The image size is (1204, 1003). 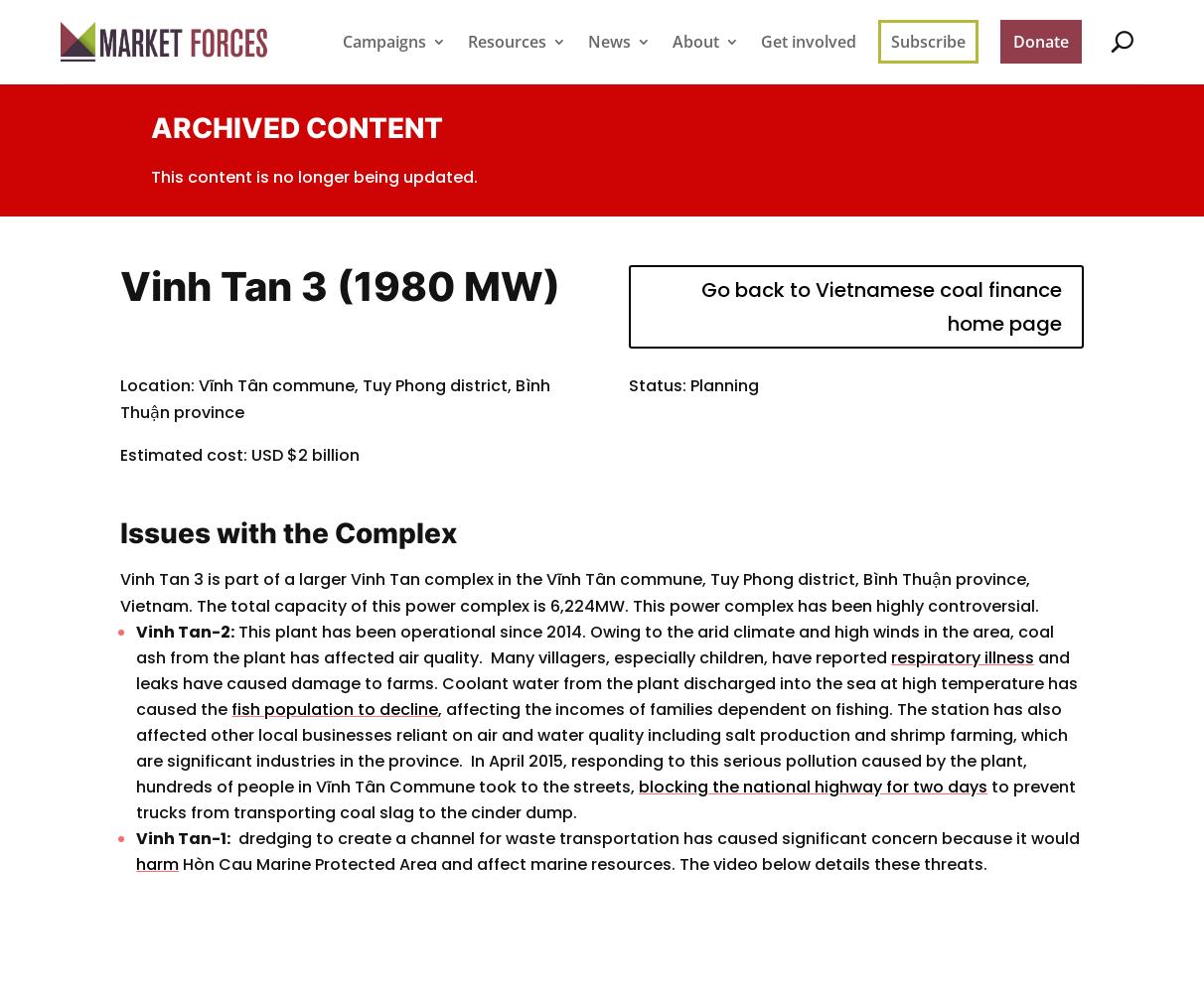 I want to click on 'FAQ', so click(x=700, y=227).